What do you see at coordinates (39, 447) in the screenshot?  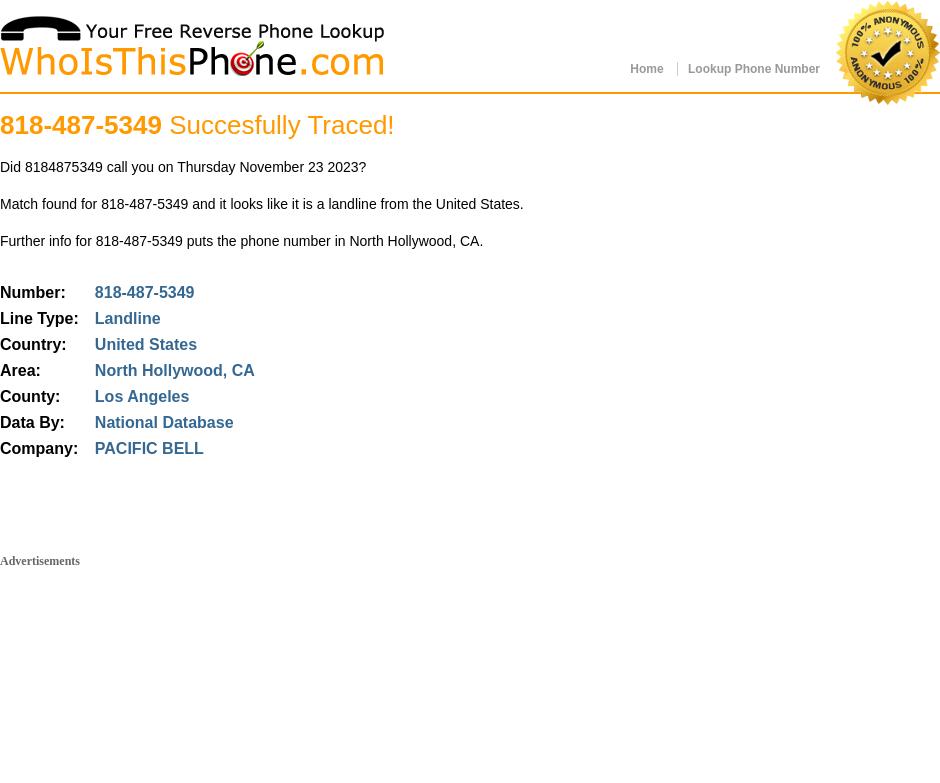 I see `'Company:'` at bounding box center [39, 447].